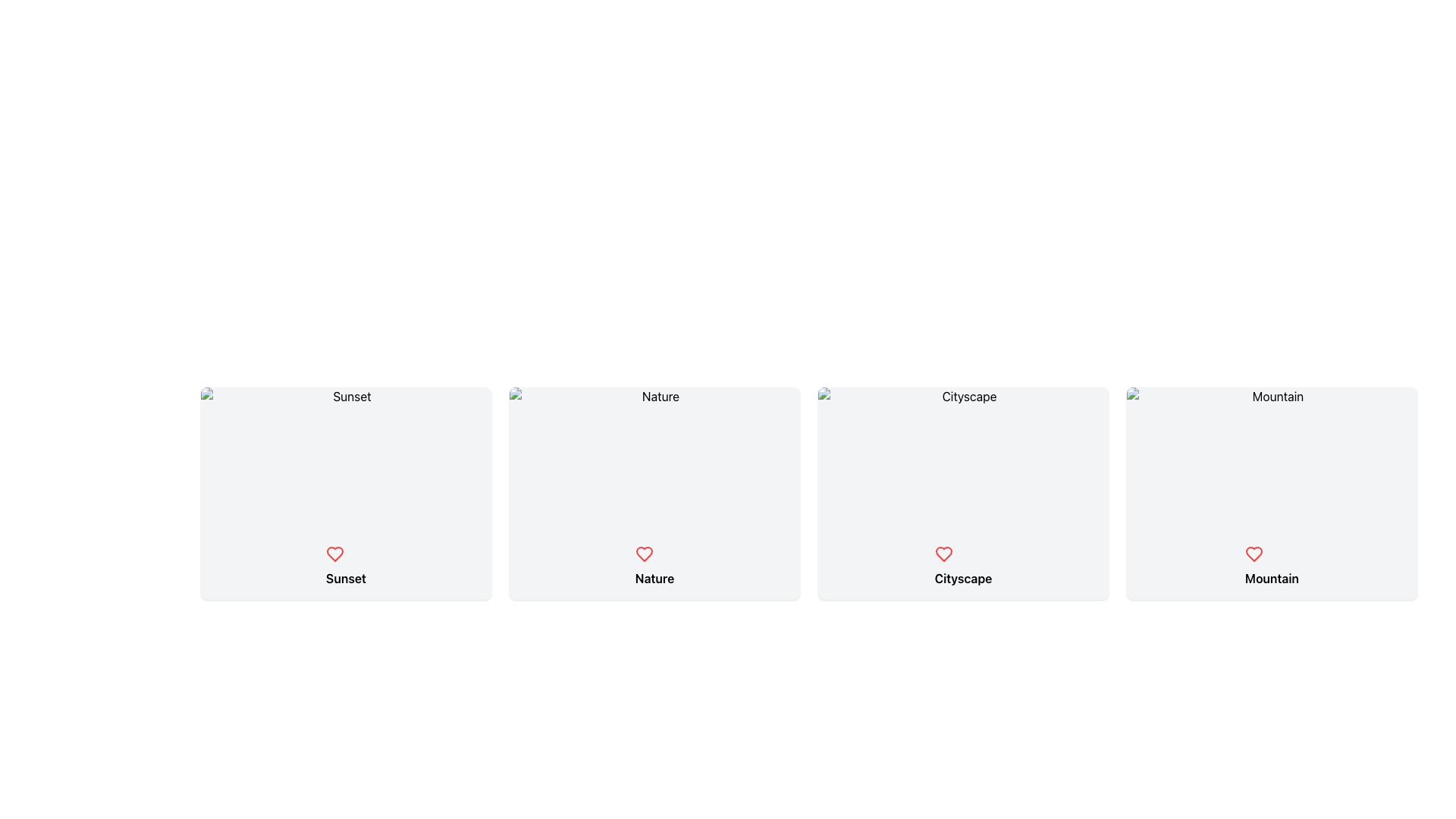 This screenshot has width=1456, height=819. What do you see at coordinates (654, 579) in the screenshot?
I see `the text content of the label displaying 'Nature', which is bold and located below a red heart icon` at bounding box center [654, 579].